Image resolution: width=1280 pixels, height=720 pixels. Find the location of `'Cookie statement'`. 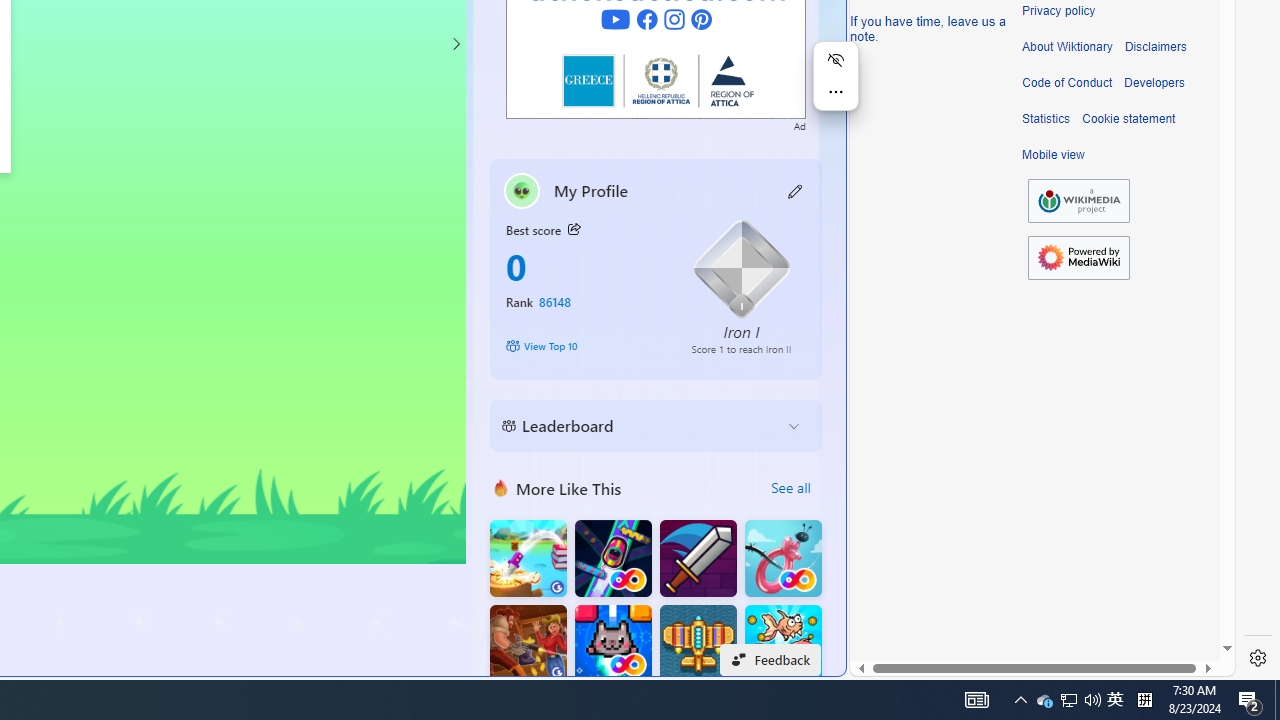

'Cookie statement' is located at coordinates (1128, 119).